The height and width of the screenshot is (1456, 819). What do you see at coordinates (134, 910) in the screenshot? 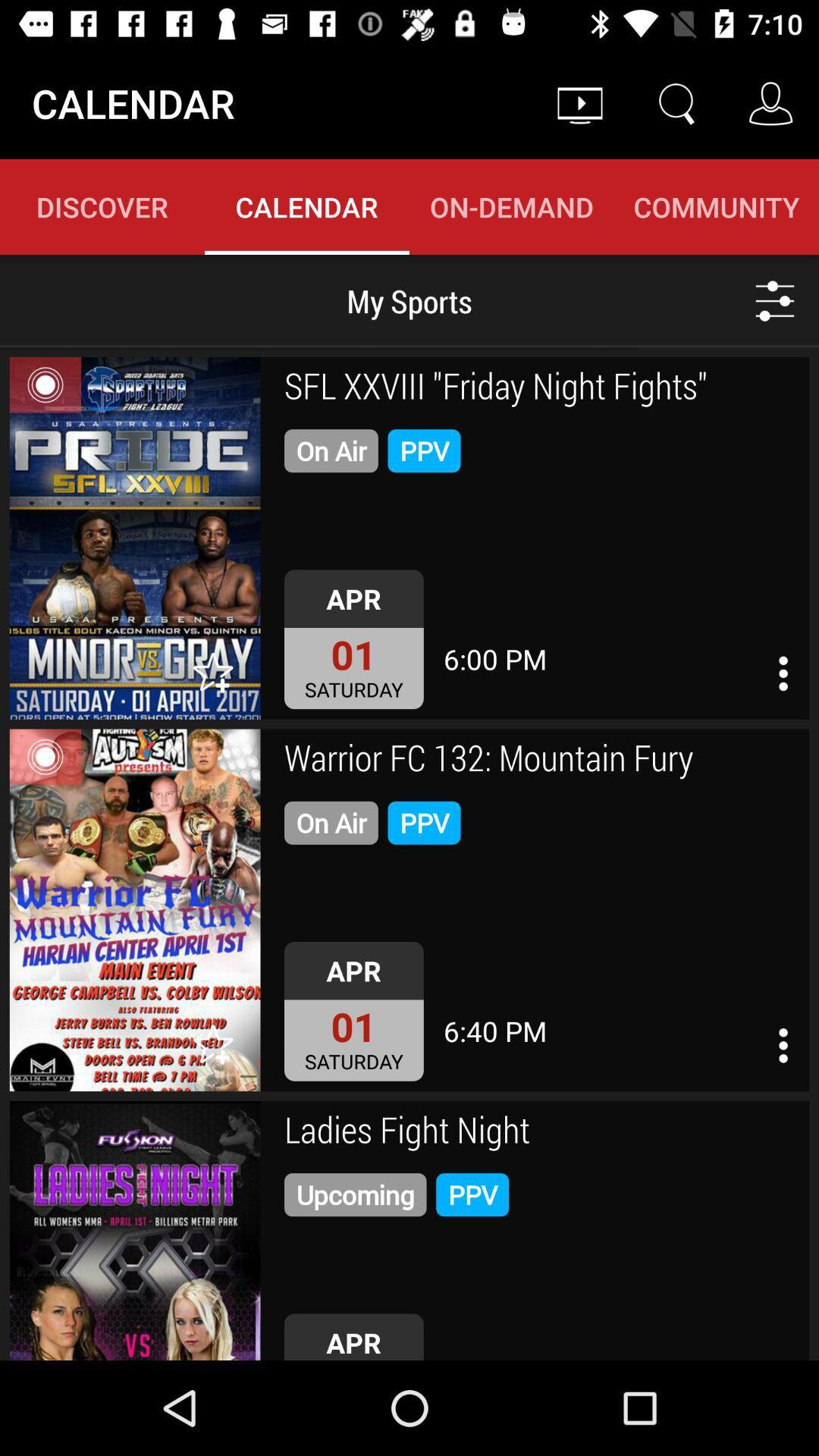
I see `article` at bounding box center [134, 910].